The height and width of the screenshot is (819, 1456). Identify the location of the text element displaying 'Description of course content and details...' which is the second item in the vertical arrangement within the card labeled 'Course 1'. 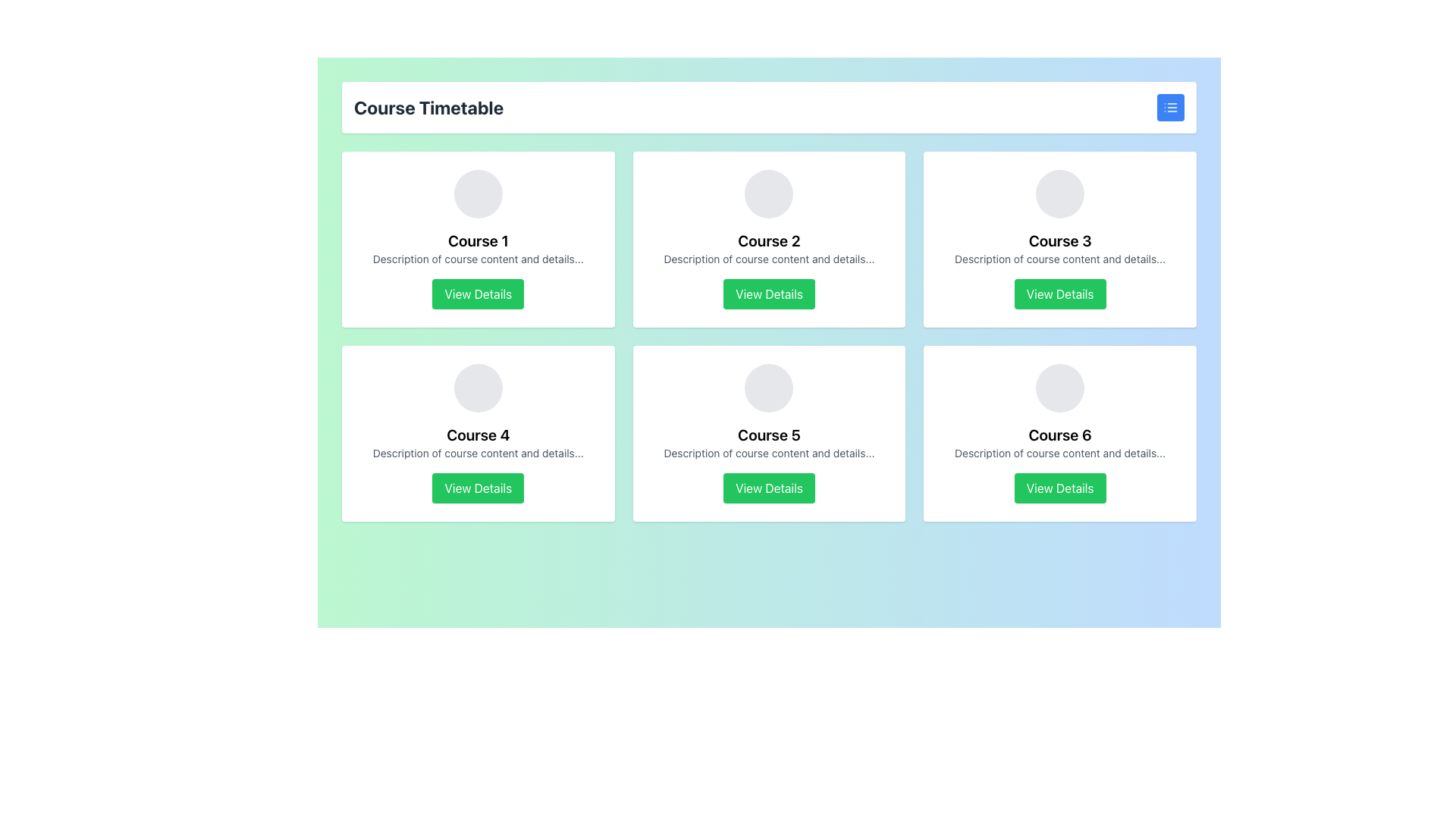
(477, 259).